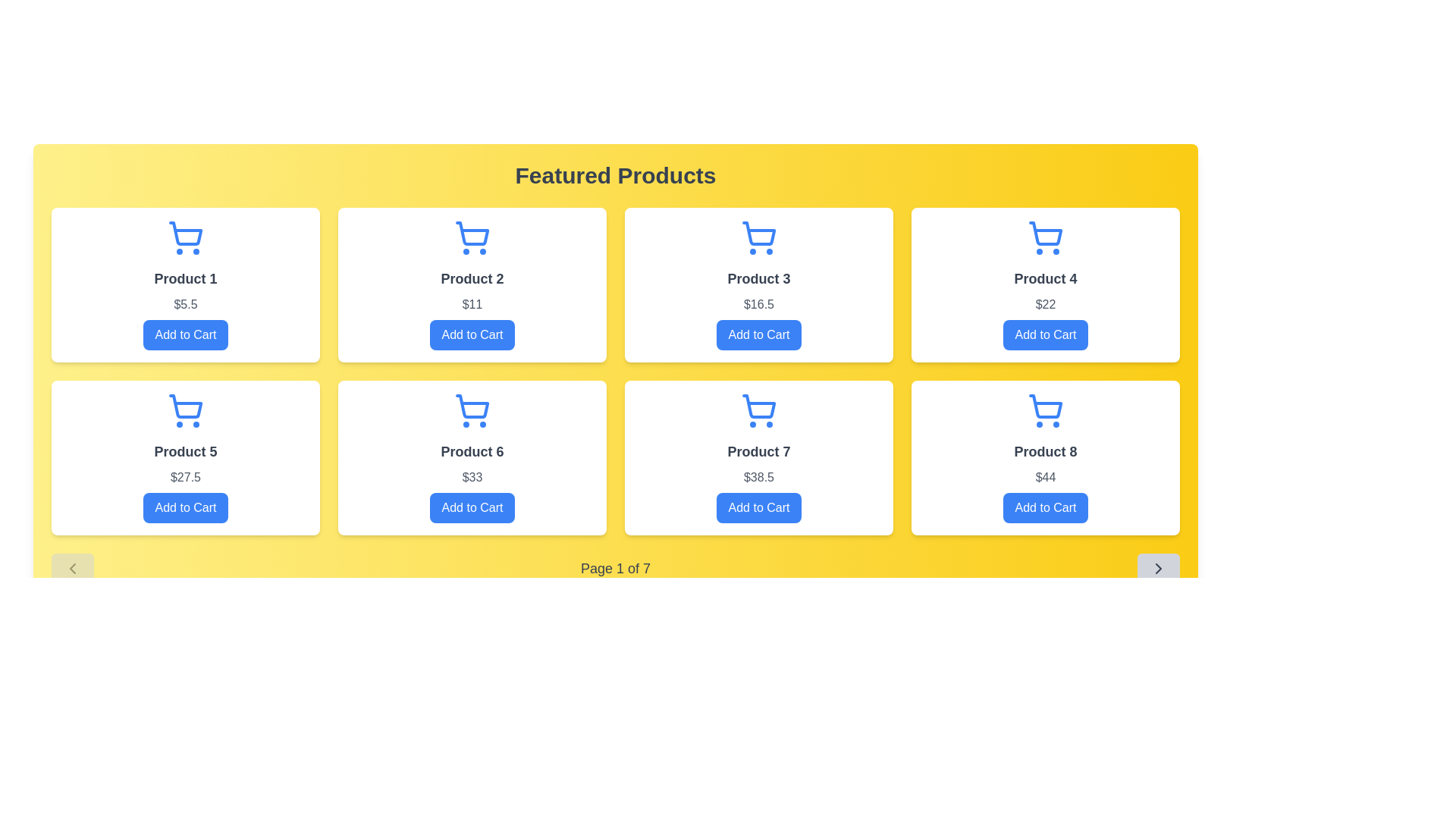 Image resolution: width=1456 pixels, height=819 pixels. What do you see at coordinates (184, 451) in the screenshot?
I see `the text label displaying the product's name for 'Product 5', which is centrally located in the card in the second row, first column of the product grid layout` at bounding box center [184, 451].